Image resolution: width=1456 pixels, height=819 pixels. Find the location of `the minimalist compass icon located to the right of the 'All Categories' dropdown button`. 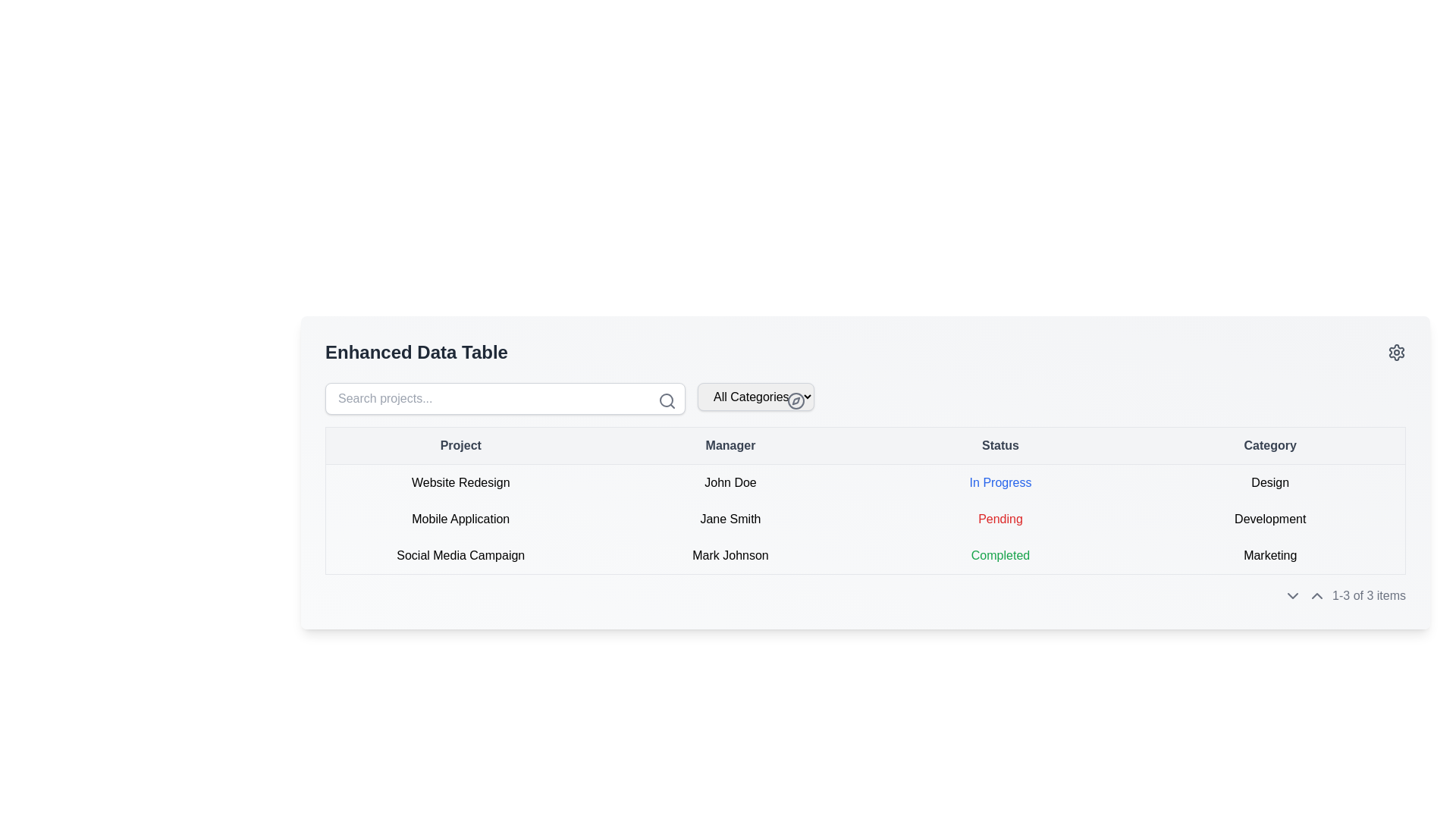

the minimalist compass icon located to the right of the 'All Categories' dropdown button is located at coordinates (795, 400).